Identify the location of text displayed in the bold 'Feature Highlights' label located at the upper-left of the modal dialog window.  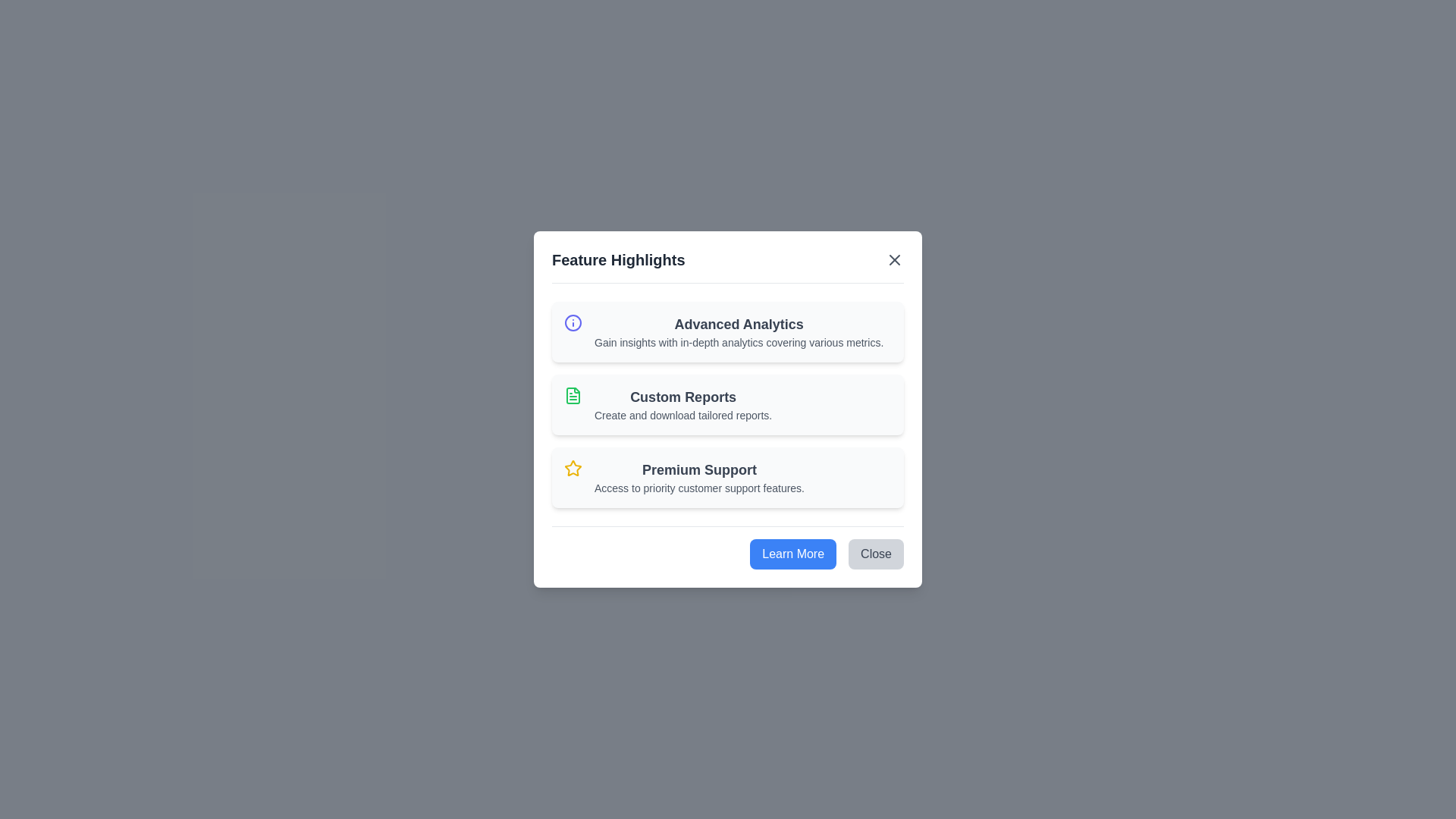
(618, 259).